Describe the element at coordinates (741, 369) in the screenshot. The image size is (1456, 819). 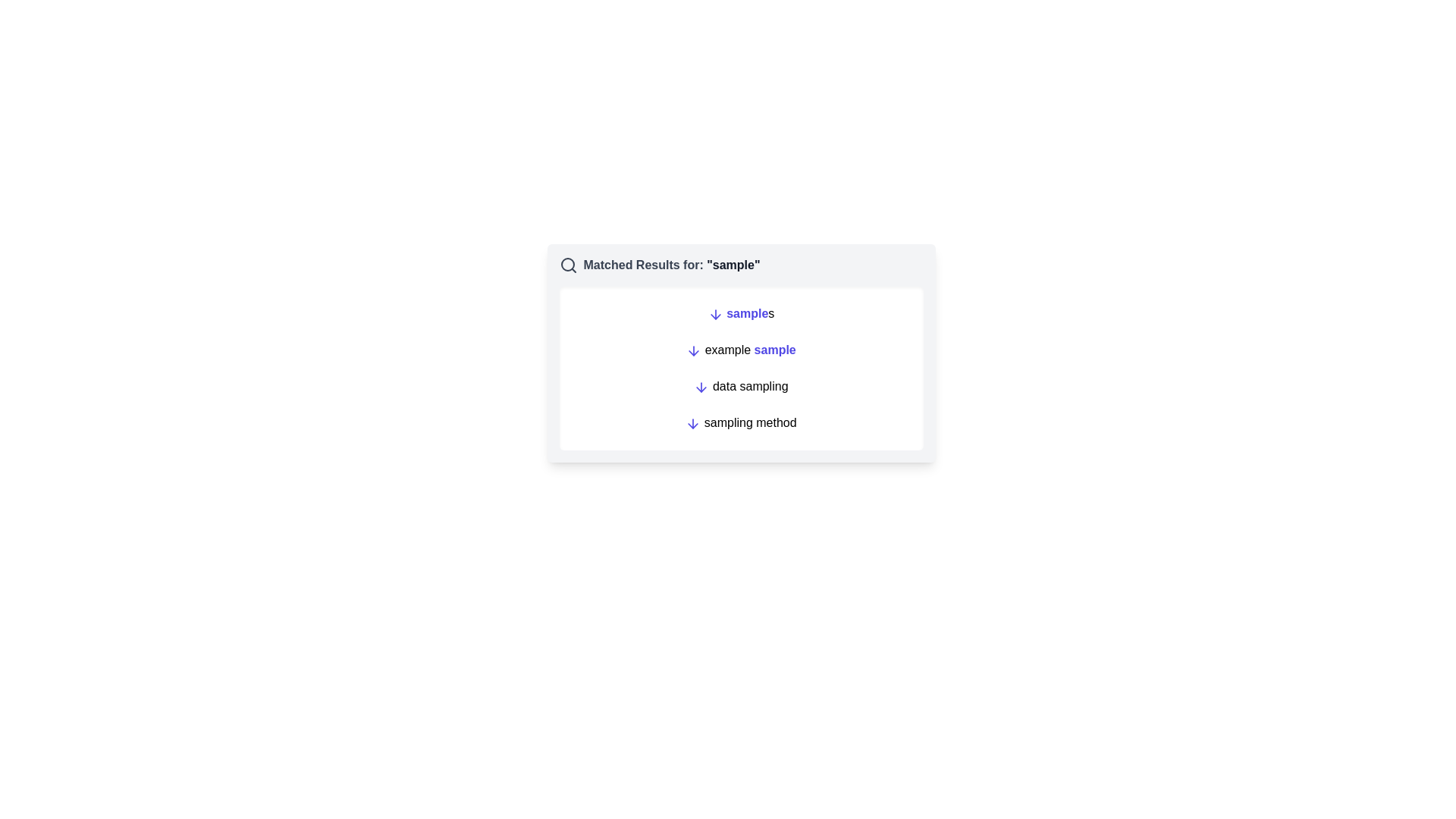
I see `the second item in the clickable list, which allows users to select 'example sample' as a choice, highlighting it` at that location.